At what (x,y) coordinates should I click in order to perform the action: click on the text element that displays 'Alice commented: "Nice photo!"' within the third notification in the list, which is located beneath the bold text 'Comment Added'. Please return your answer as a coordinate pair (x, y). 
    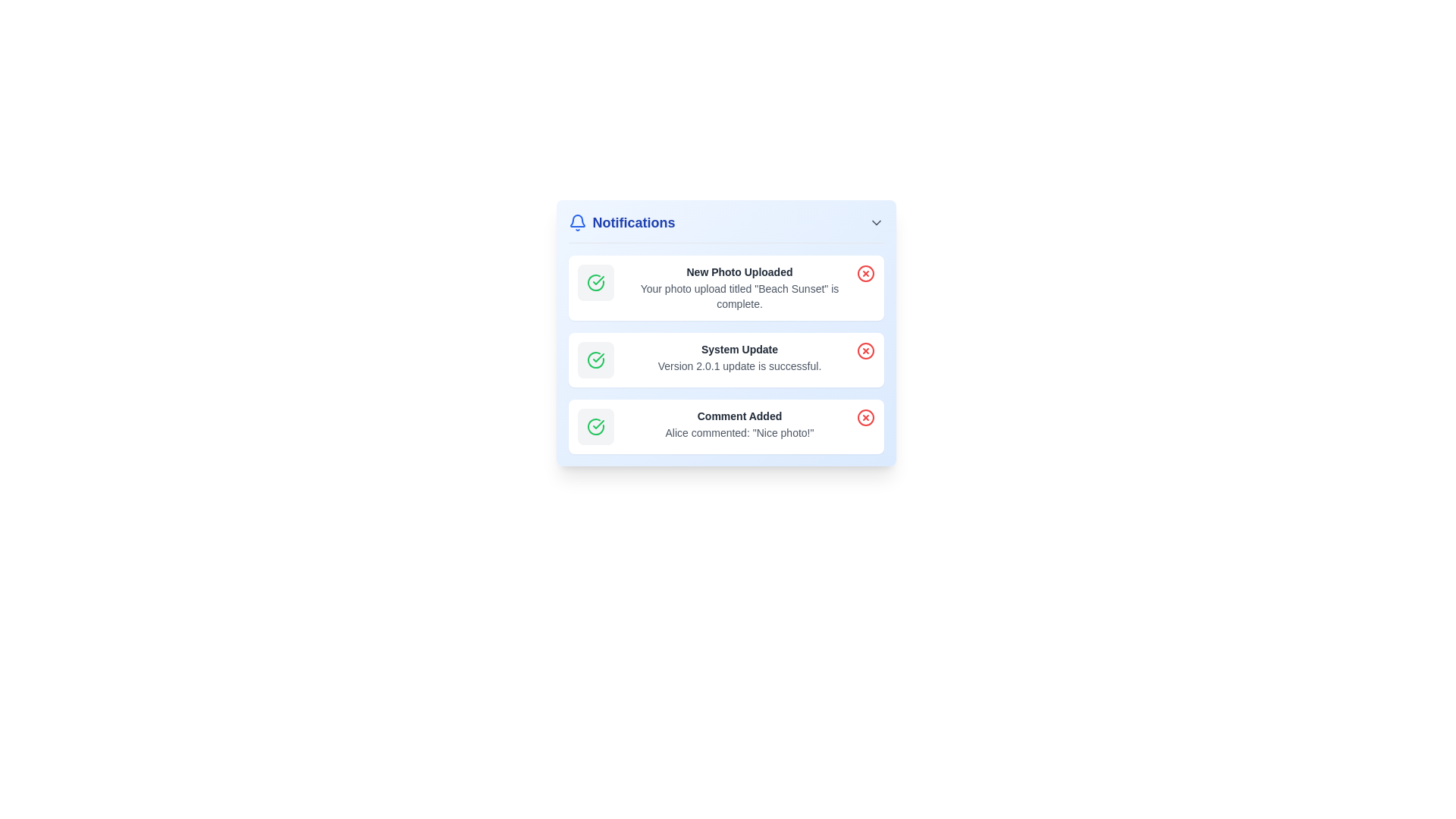
    Looking at the image, I should click on (739, 432).